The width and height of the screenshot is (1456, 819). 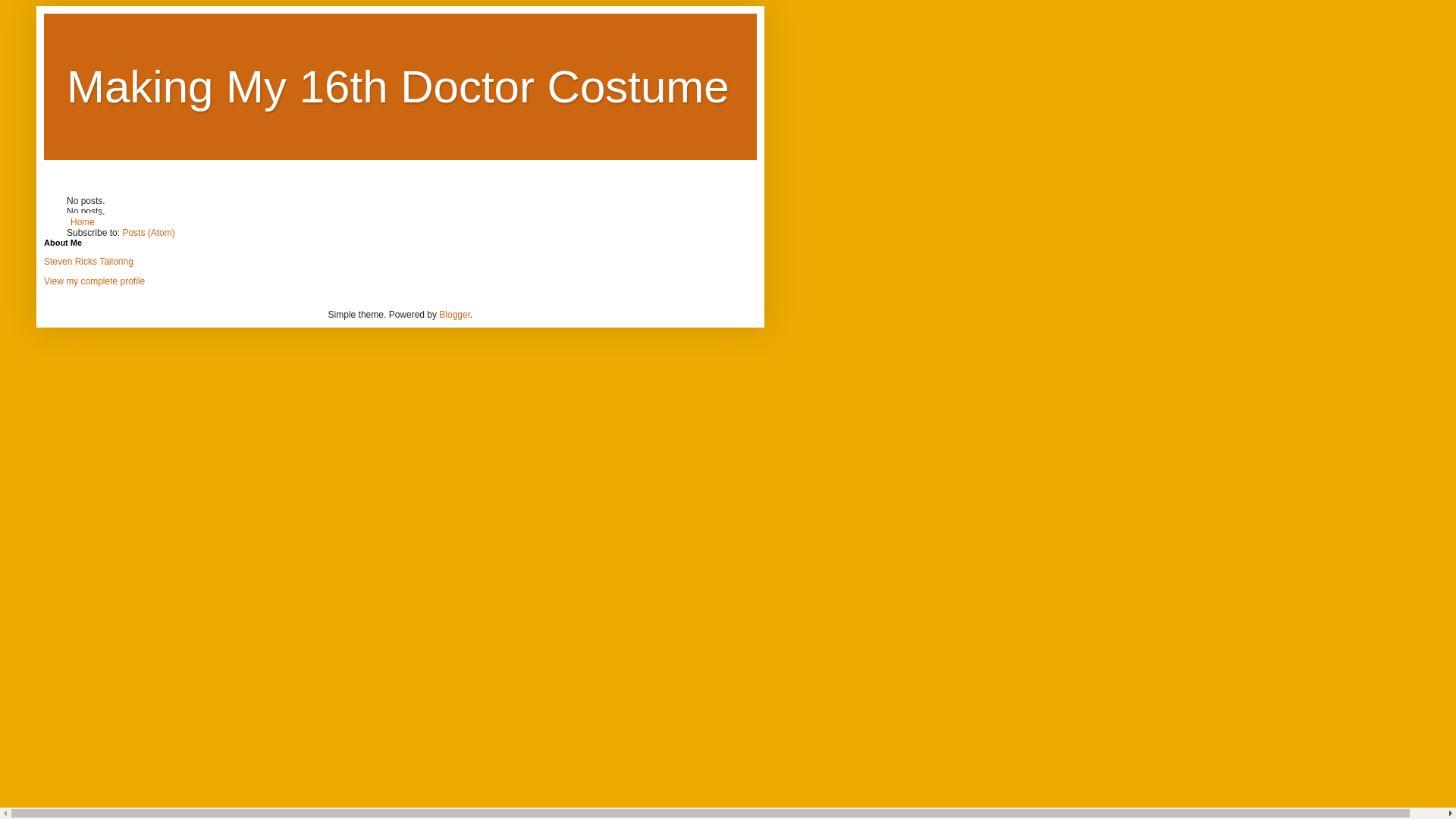 I want to click on 'Blogger', so click(x=453, y=314).